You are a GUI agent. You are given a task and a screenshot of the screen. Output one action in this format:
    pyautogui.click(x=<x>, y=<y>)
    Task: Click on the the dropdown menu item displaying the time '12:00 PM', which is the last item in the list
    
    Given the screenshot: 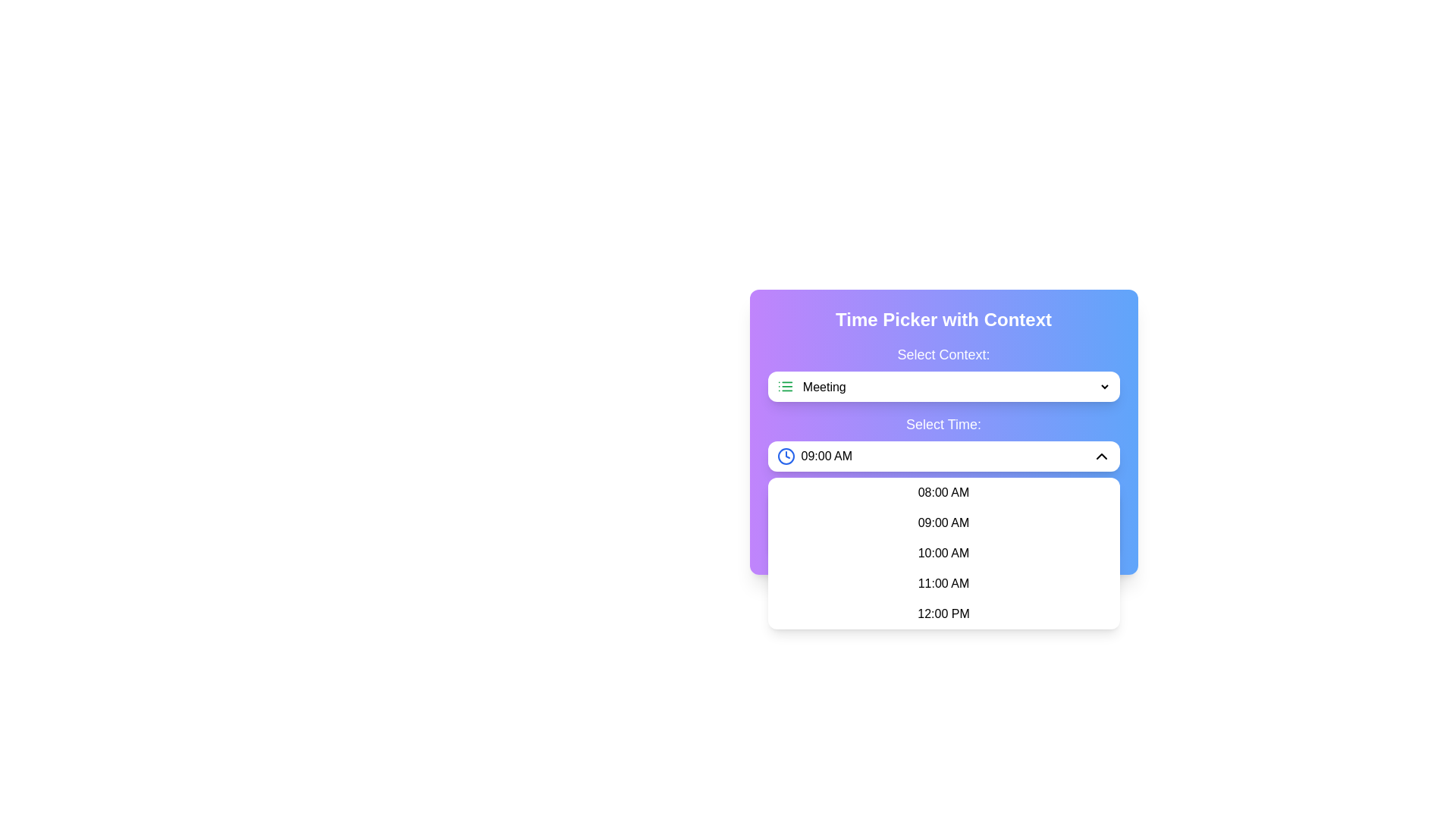 What is the action you would take?
    pyautogui.click(x=943, y=614)
    